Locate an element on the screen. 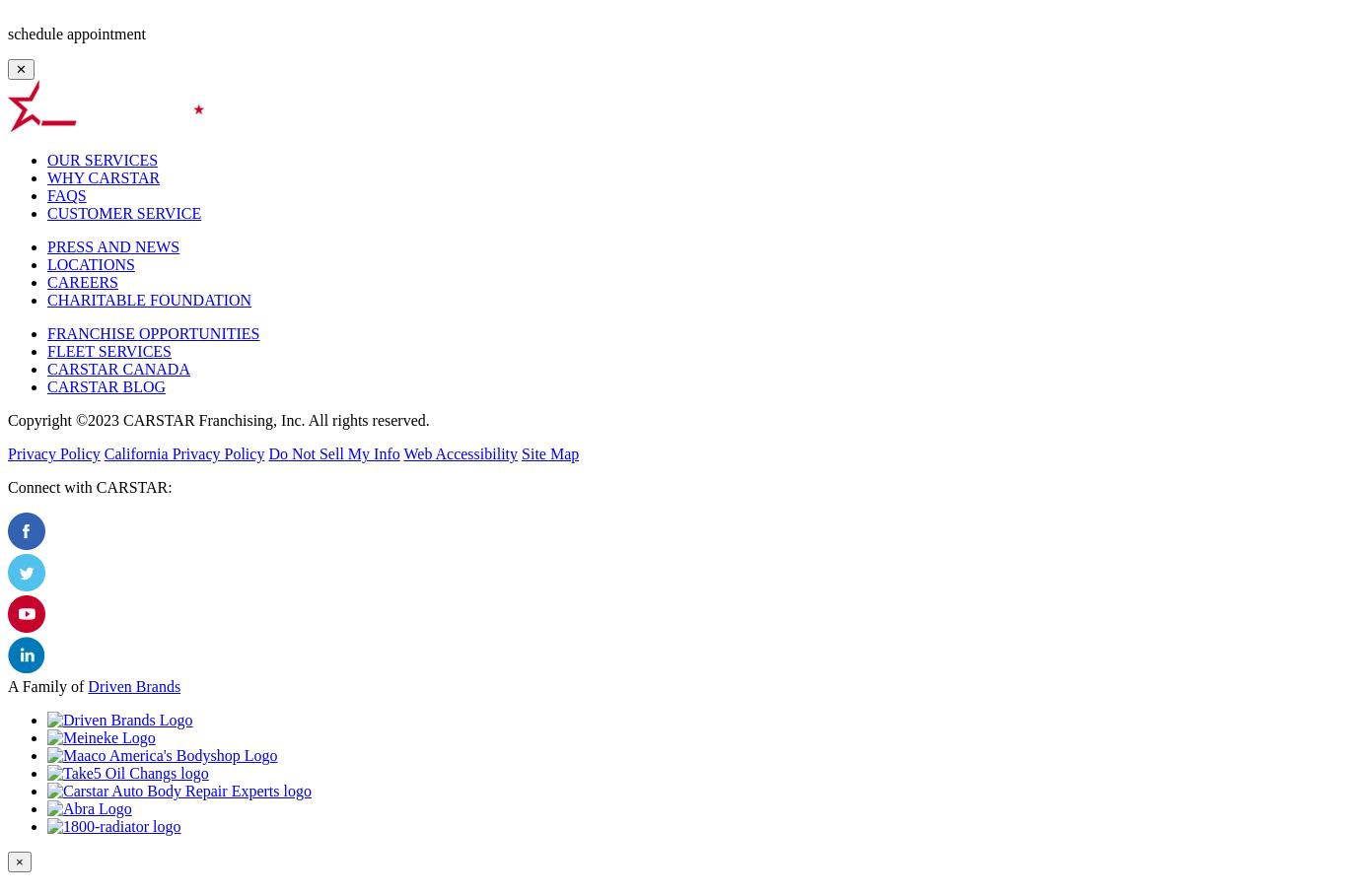  'Web Accessibility' is located at coordinates (461, 453).